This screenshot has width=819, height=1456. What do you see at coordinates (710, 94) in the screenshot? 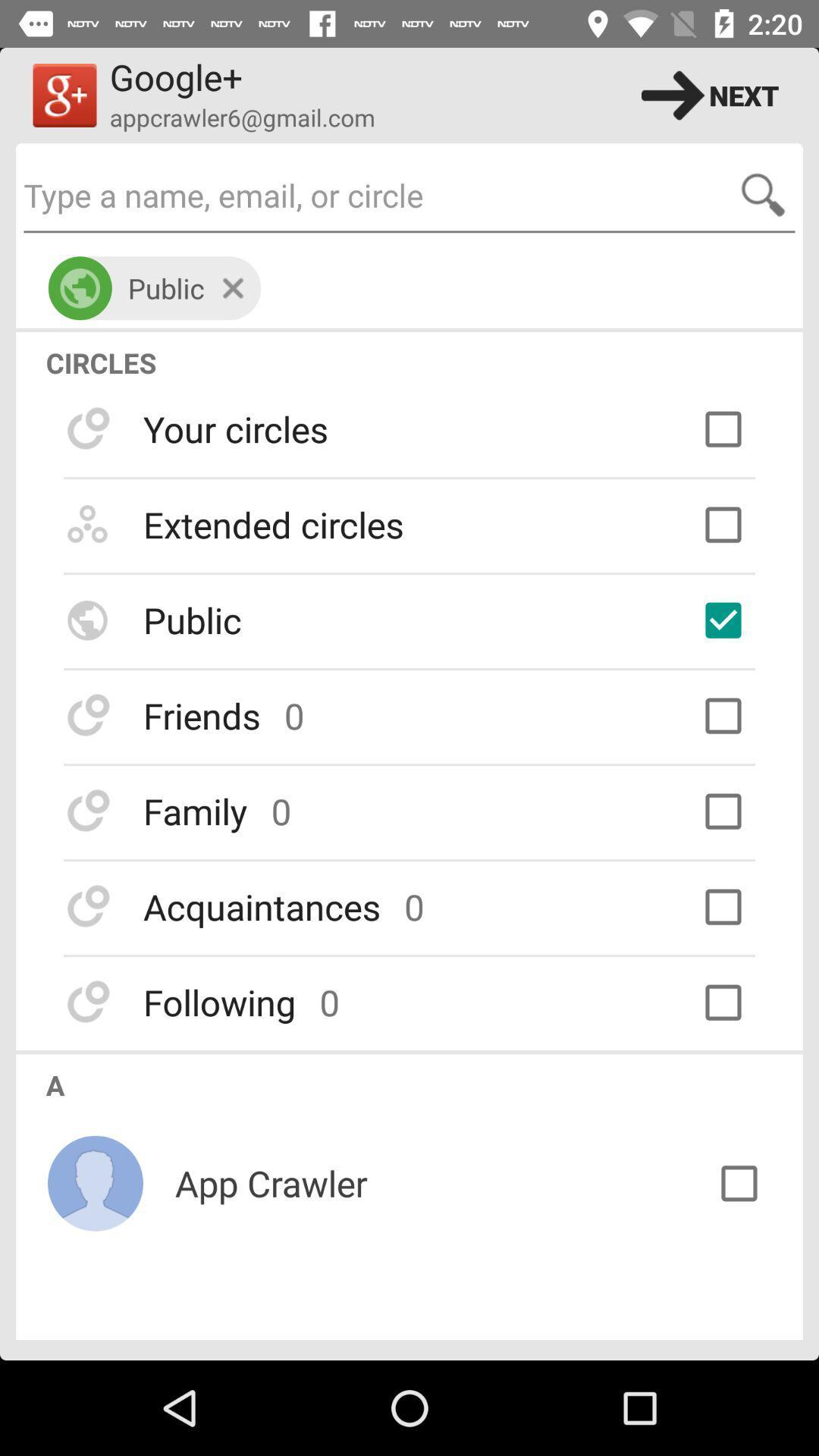
I see `the next icon` at bounding box center [710, 94].